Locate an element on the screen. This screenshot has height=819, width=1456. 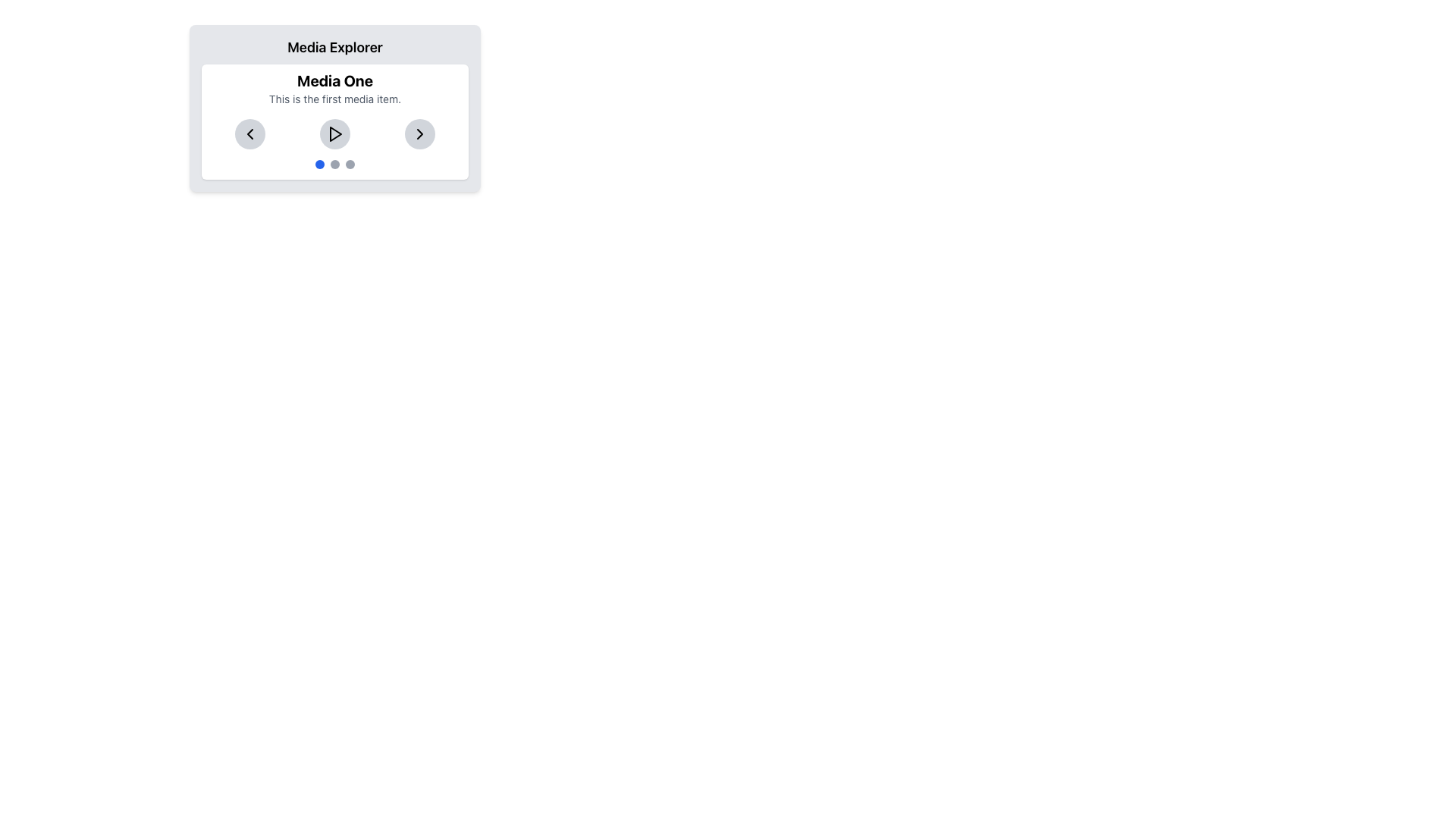
the circular button that navigates to the next media item in the media player card is located at coordinates (419, 133).